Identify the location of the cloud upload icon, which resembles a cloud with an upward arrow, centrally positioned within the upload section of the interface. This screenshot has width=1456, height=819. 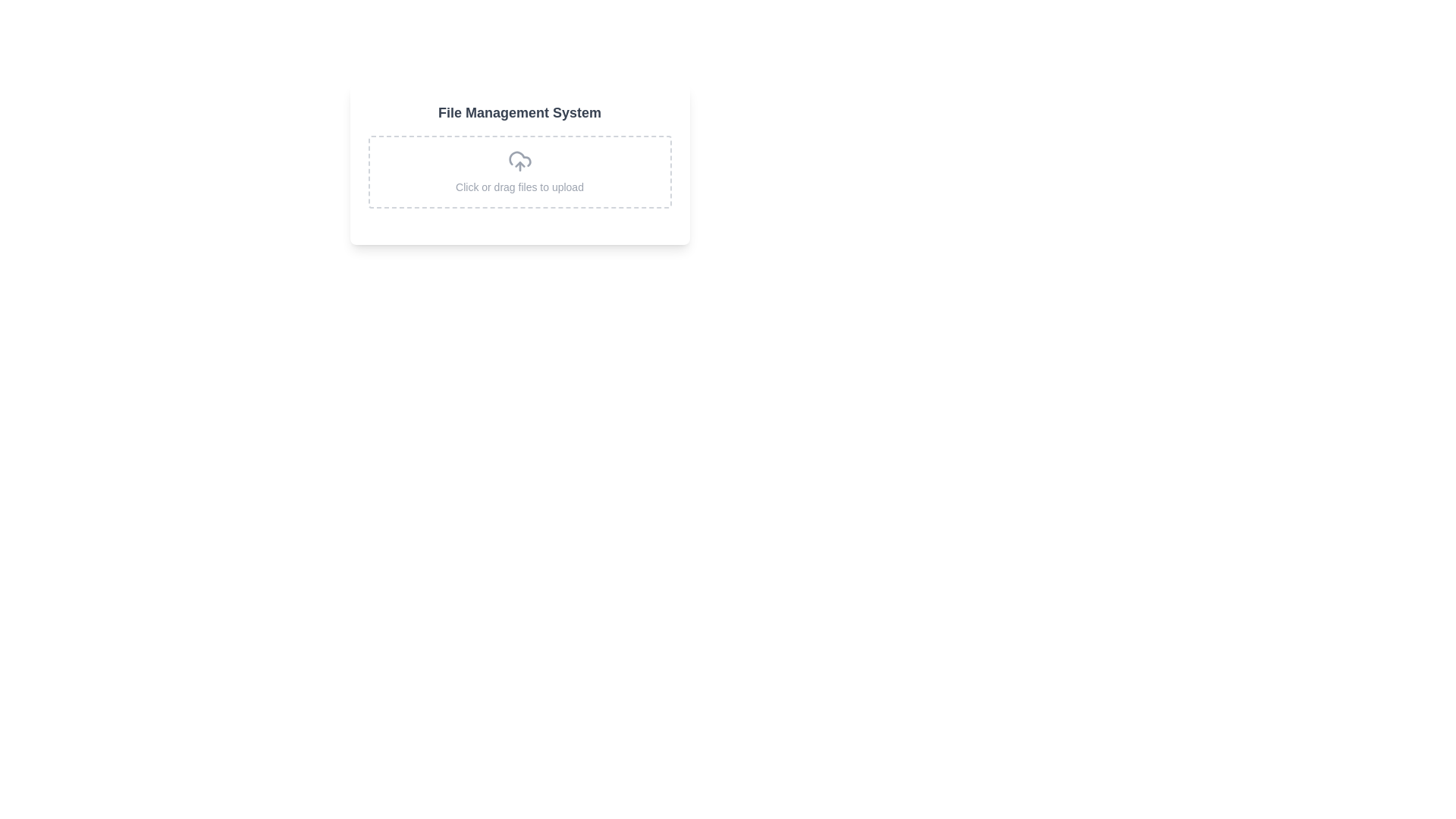
(519, 161).